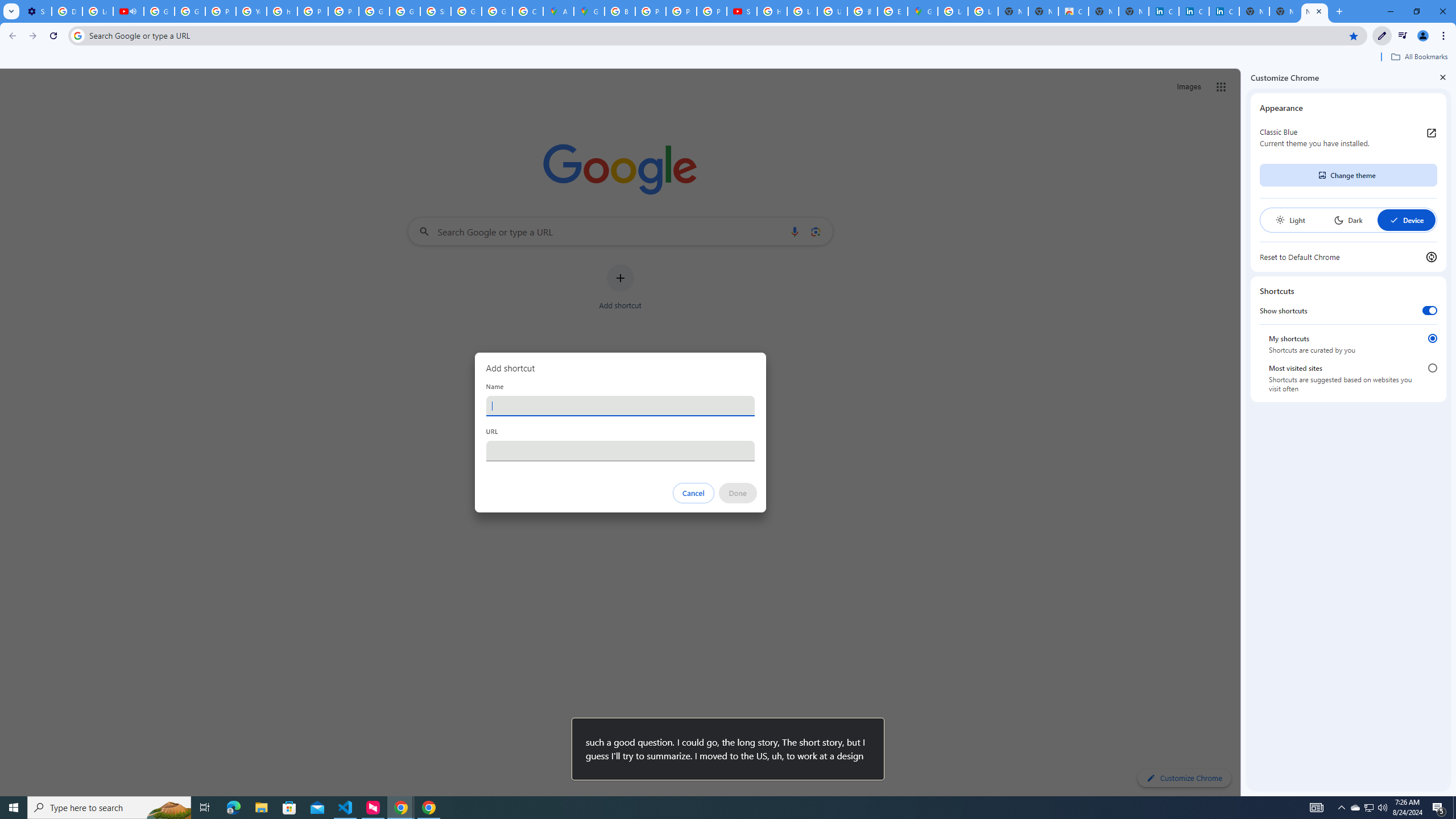 This screenshot has height=819, width=1456. What do you see at coordinates (1429, 310) in the screenshot?
I see `'Show shortcuts'` at bounding box center [1429, 310].